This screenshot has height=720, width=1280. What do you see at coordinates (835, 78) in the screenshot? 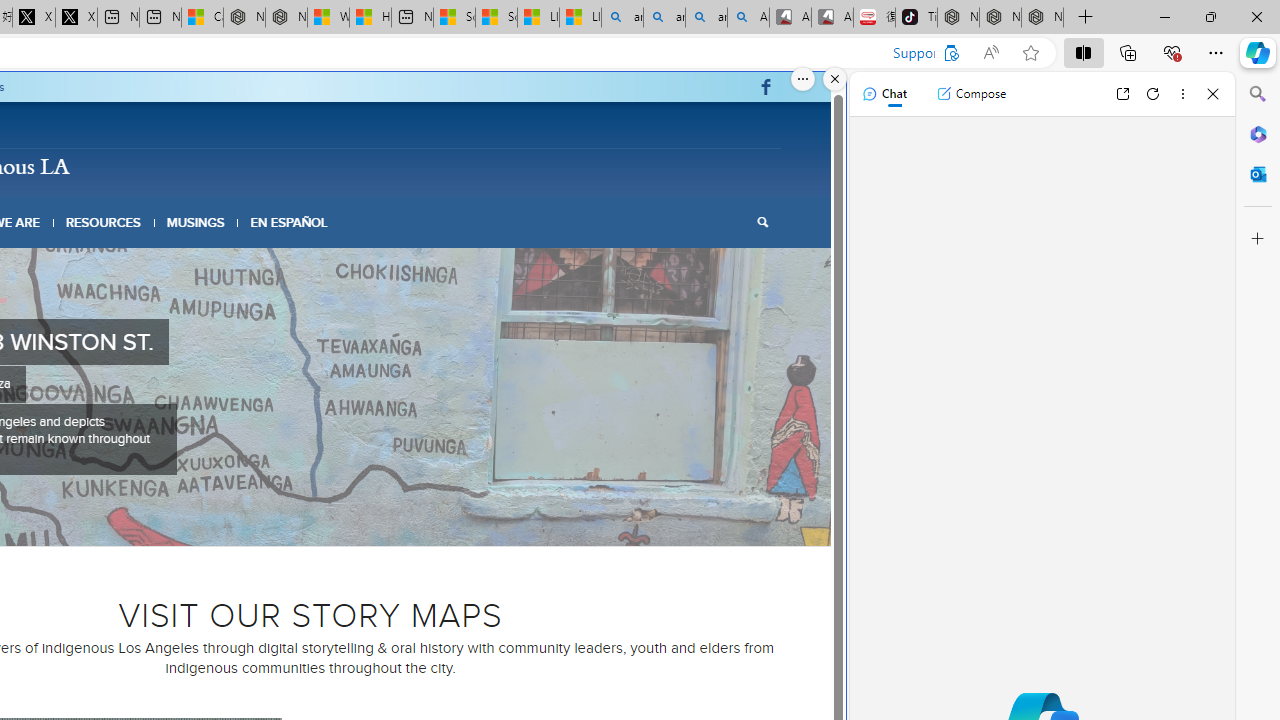
I see `'Close split screen.'` at bounding box center [835, 78].